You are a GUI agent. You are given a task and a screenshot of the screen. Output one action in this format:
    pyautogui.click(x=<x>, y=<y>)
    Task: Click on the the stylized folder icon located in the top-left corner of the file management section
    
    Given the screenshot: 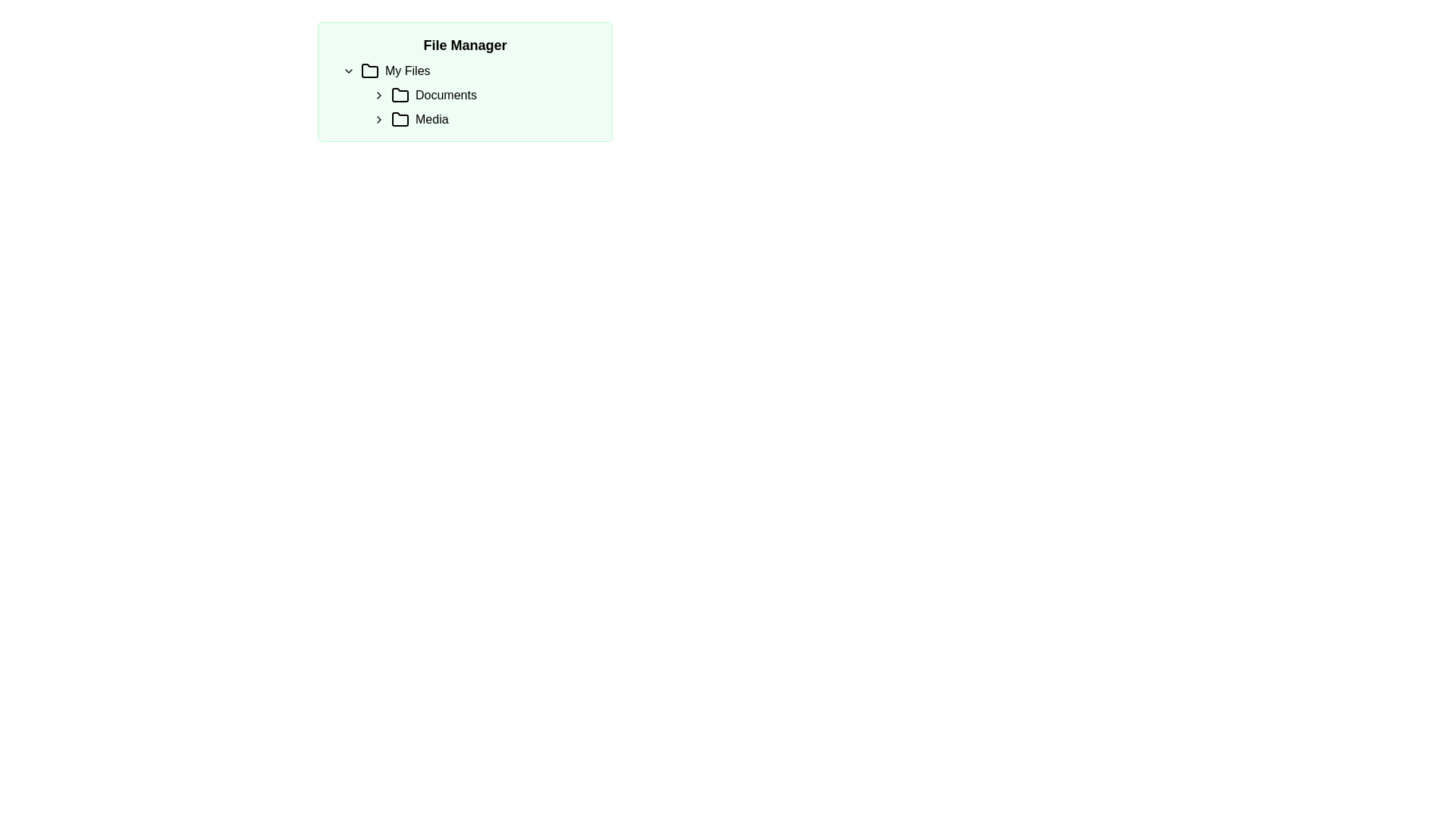 What is the action you would take?
    pyautogui.click(x=370, y=71)
    